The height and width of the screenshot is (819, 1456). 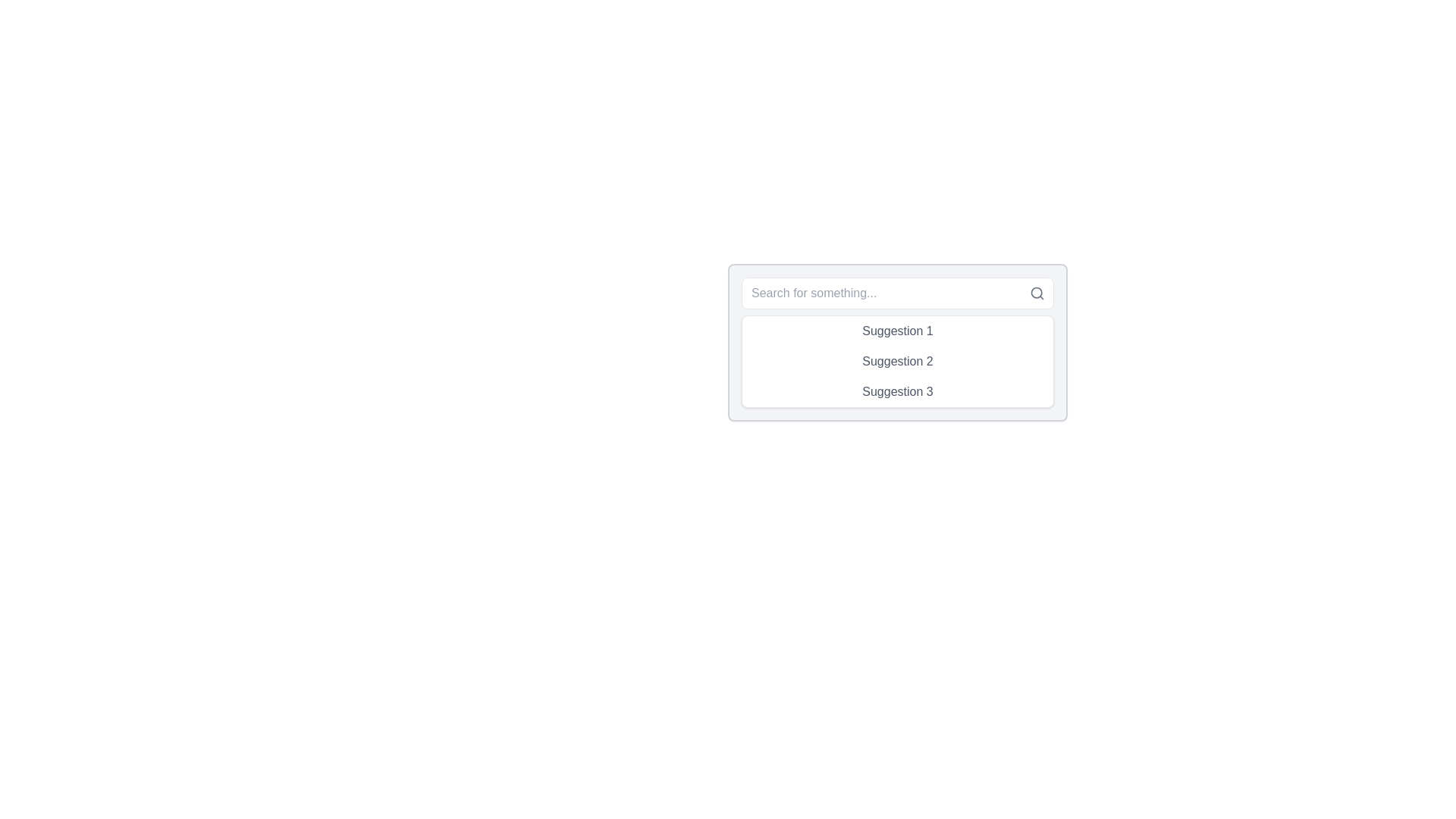 What do you see at coordinates (1037, 293) in the screenshot?
I see `the magnifying glass icon button on the right side of the search input box` at bounding box center [1037, 293].